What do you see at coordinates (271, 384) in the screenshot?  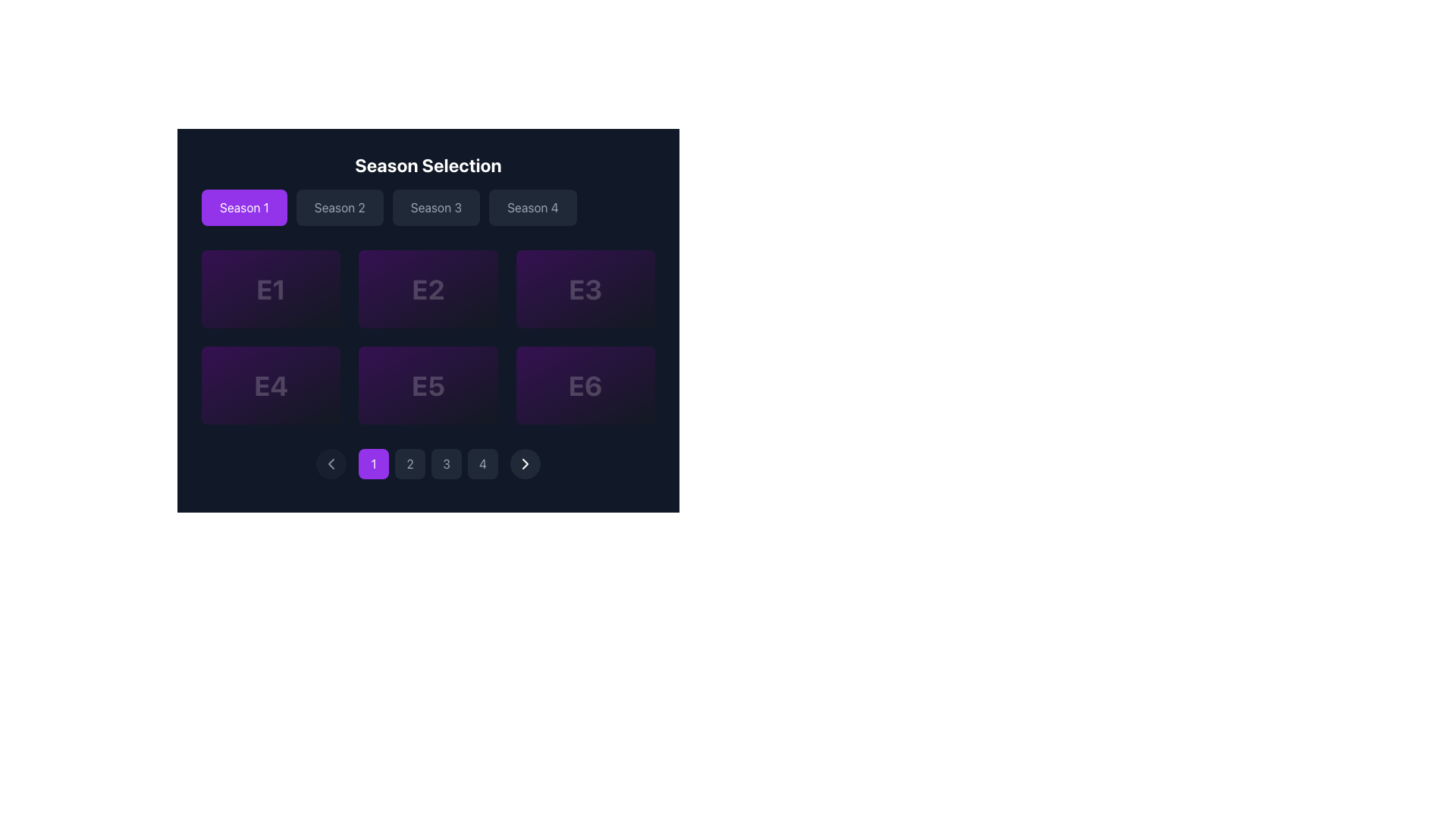 I see `the non-interactive text label displaying 'E4' which is centrally placed within a dark purple rectangular area in the second row, first column of a 2x3 grid structure` at bounding box center [271, 384].